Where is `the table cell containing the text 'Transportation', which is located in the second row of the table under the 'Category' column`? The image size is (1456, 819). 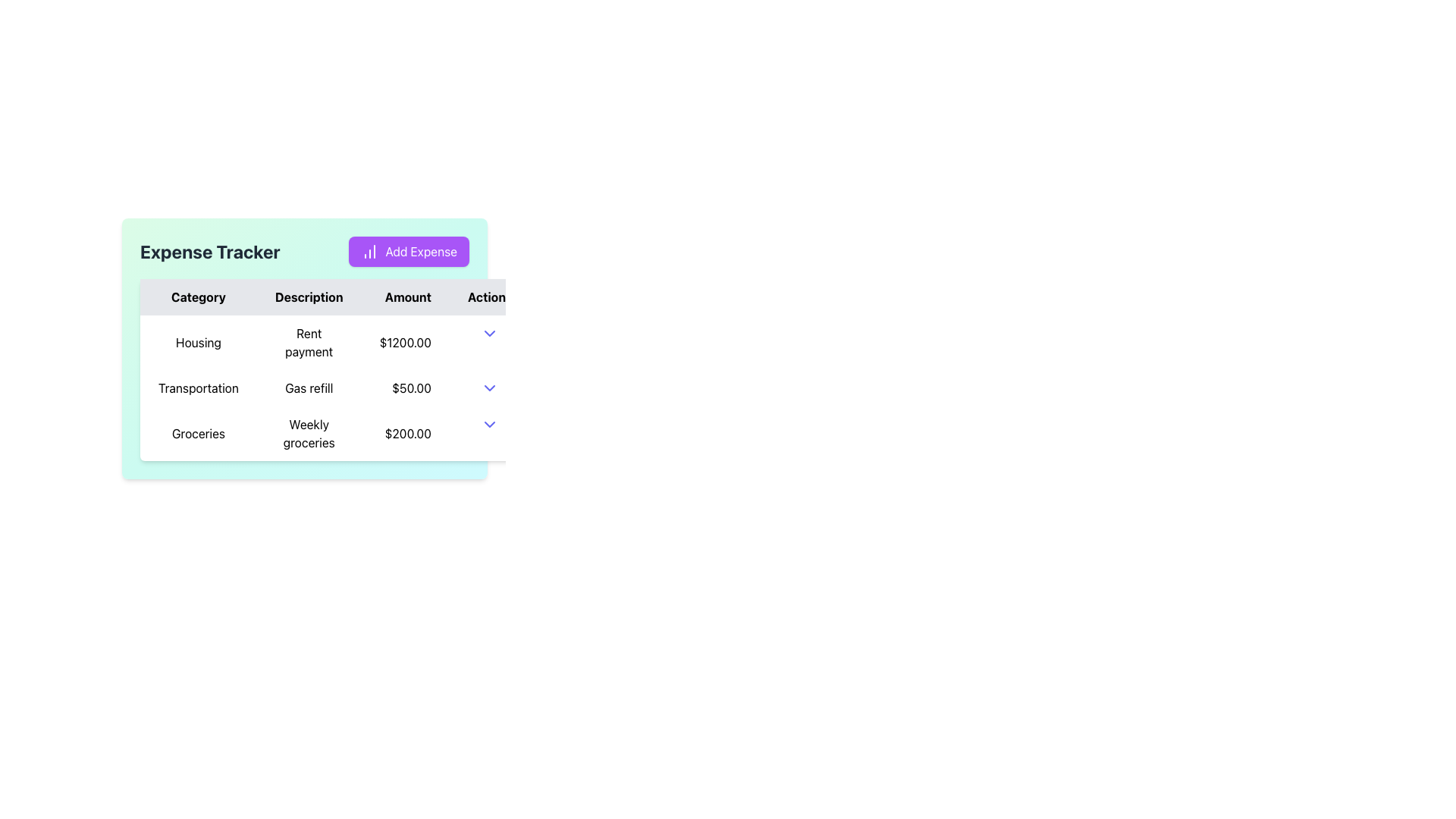 the table cell containing the text 'Transportation', which is located in the second row of the table under the 'Category' column is located at coordinates (197, 388).